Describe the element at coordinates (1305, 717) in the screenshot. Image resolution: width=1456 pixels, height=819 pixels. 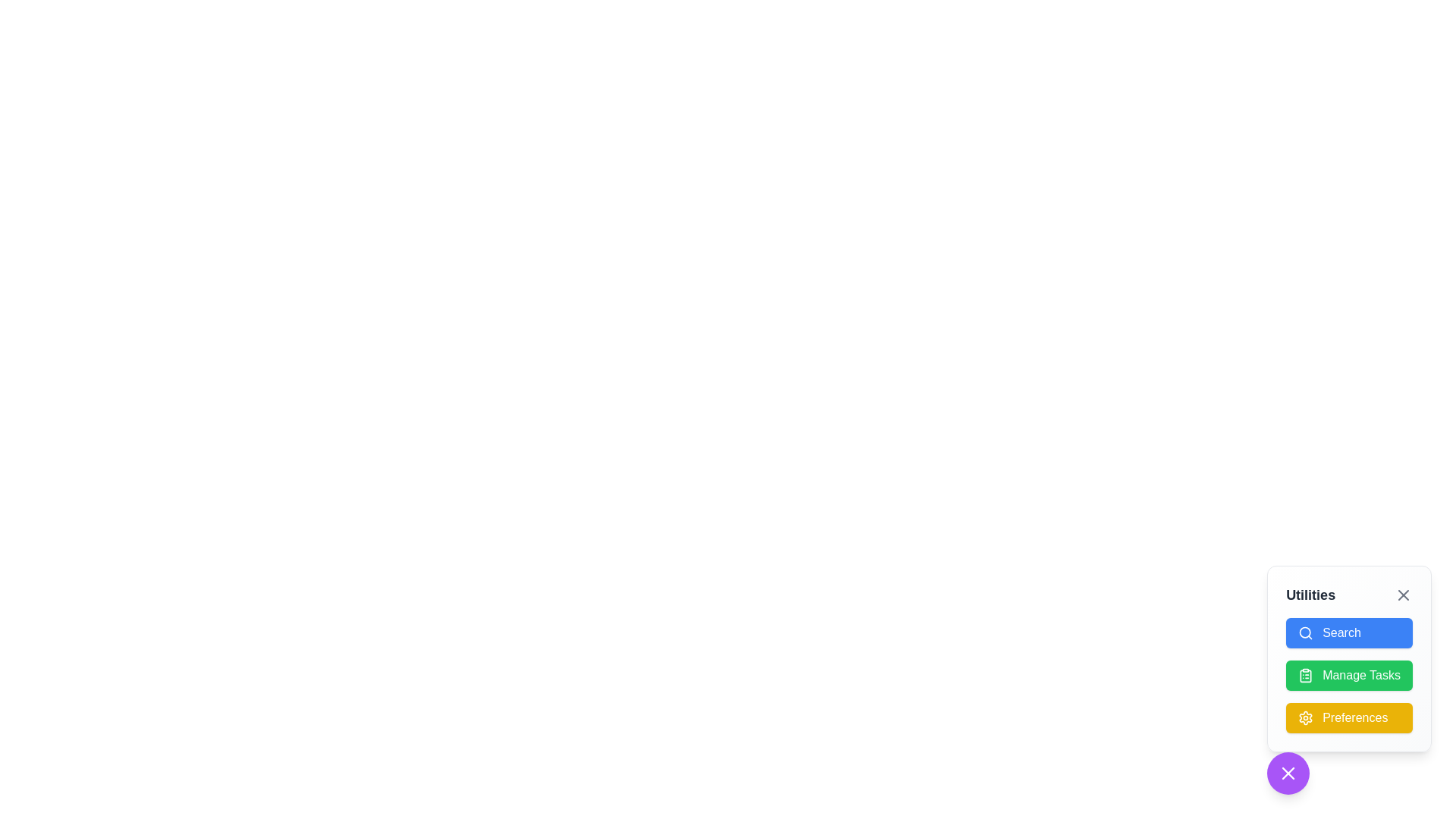
I see `the gear icon, which is styled with a golden color scheme and located inside the 'Preferences' button in the 'Utilities' popup` at that location.